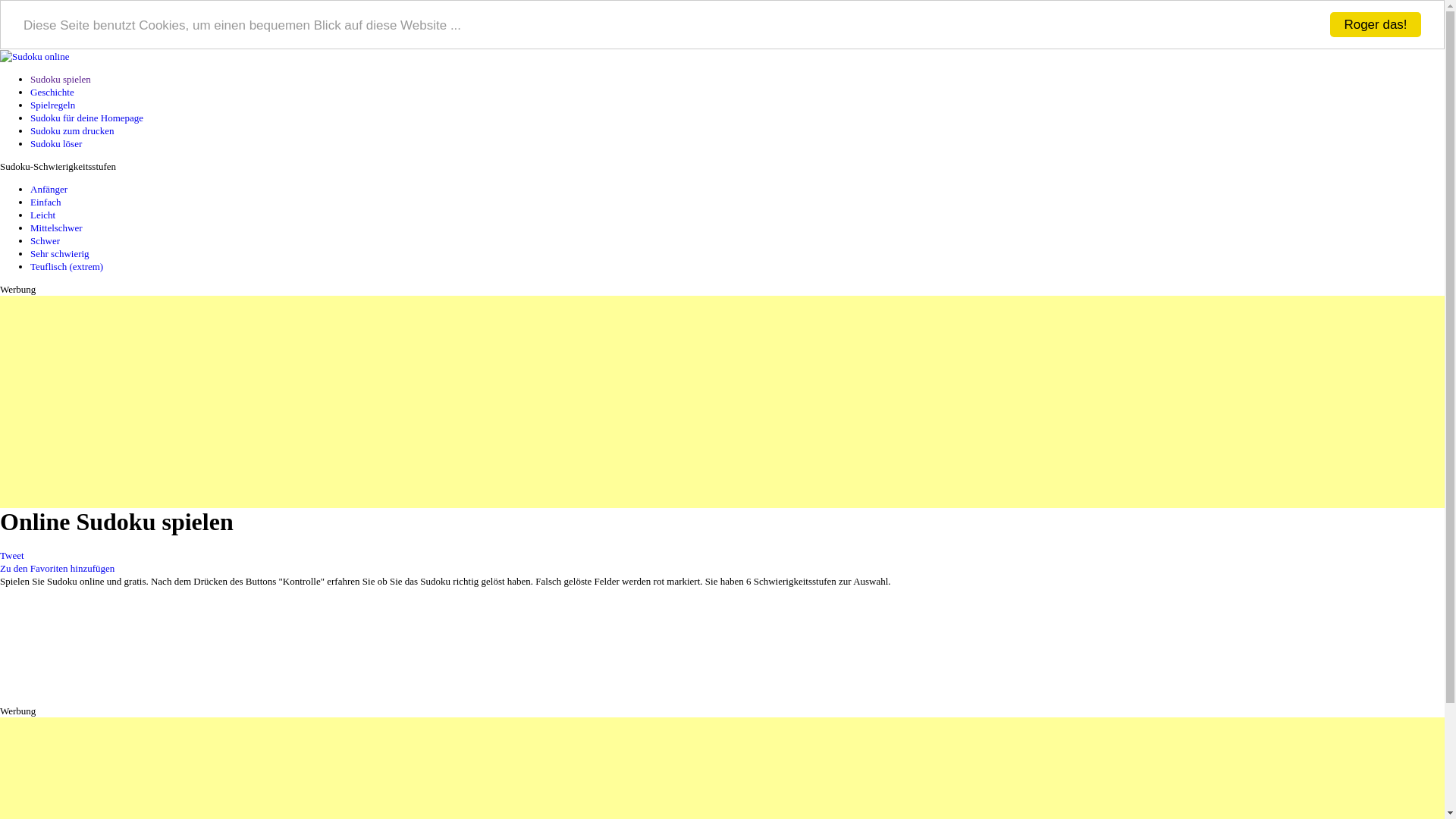 This screenshot has width=1456, height=819. I want to click on 'Spielregeln', so click(52, 104).